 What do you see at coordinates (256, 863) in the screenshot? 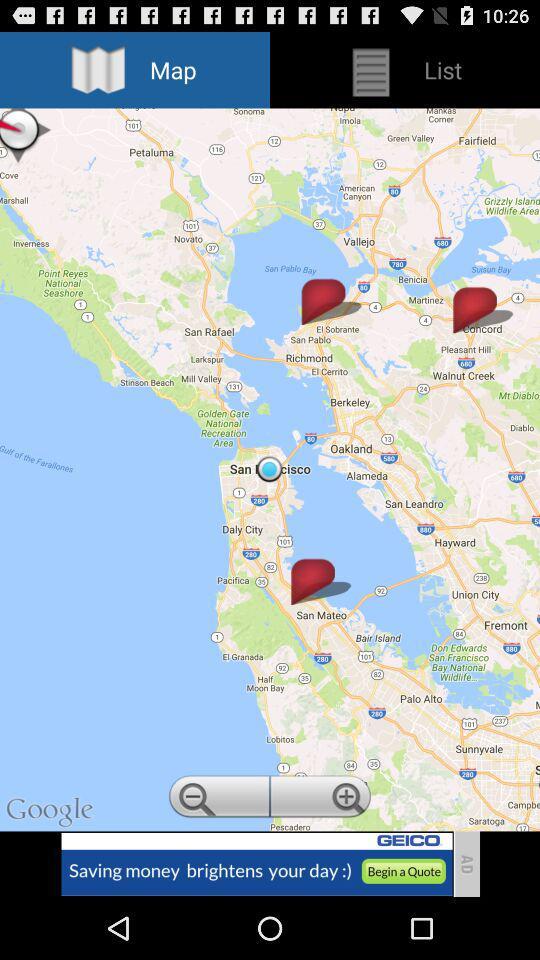
I see `visit advertiser` at bounding box center [256, 863].